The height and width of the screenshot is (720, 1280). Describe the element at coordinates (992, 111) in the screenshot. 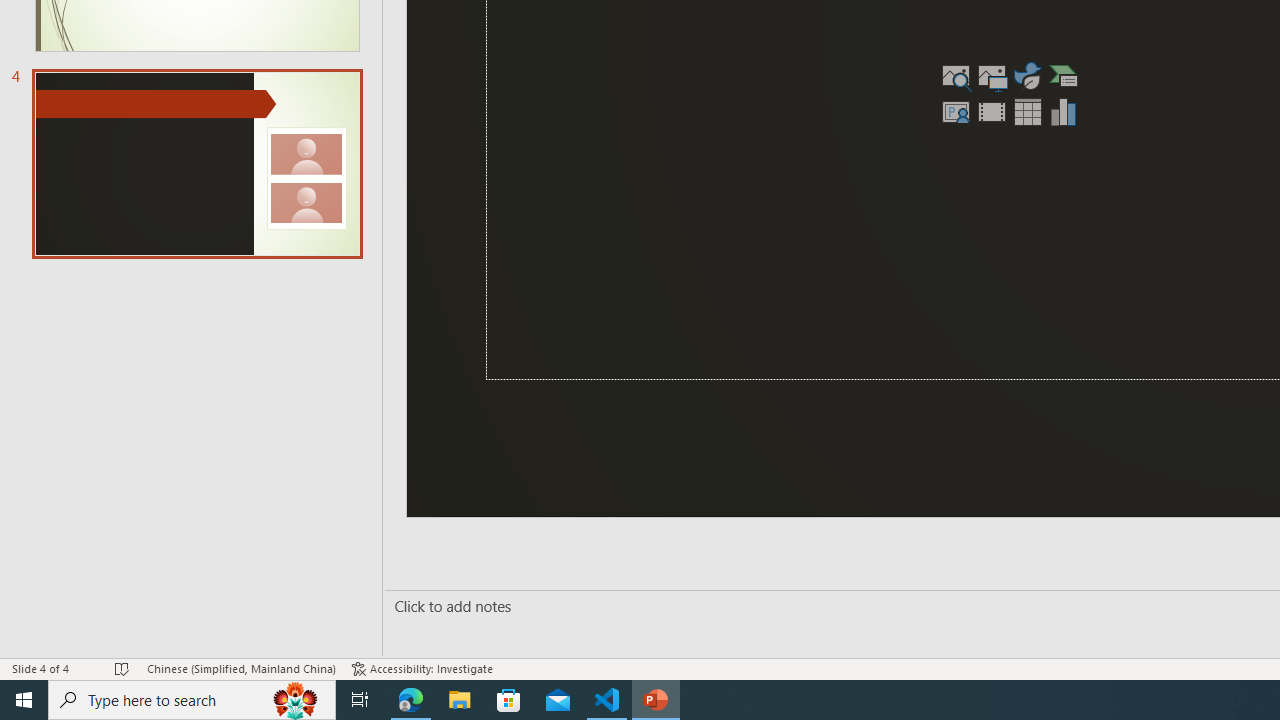

I see `'Insert Video'` at that location.